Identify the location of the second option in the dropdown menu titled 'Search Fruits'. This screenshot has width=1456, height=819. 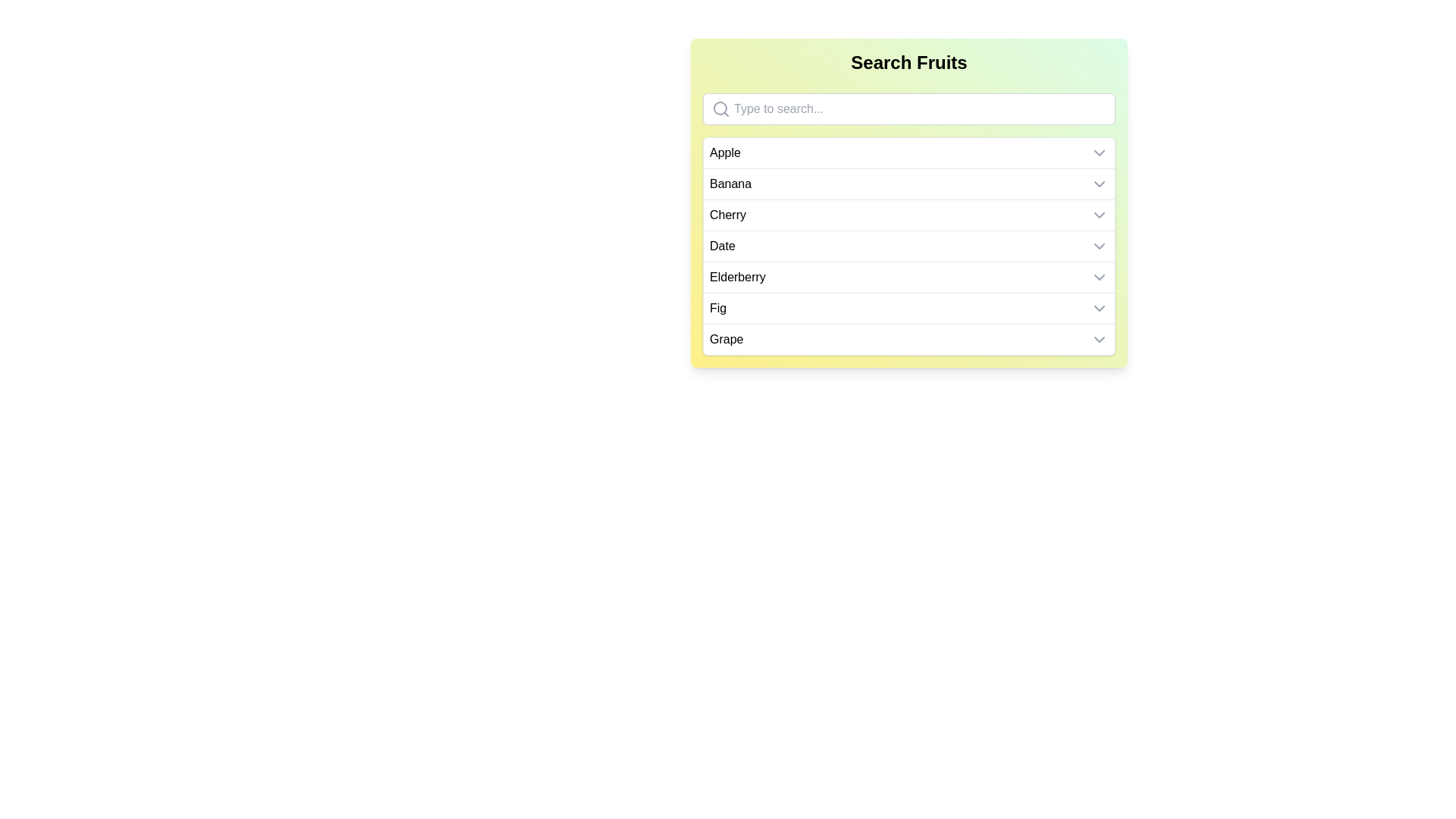
(909, 184).